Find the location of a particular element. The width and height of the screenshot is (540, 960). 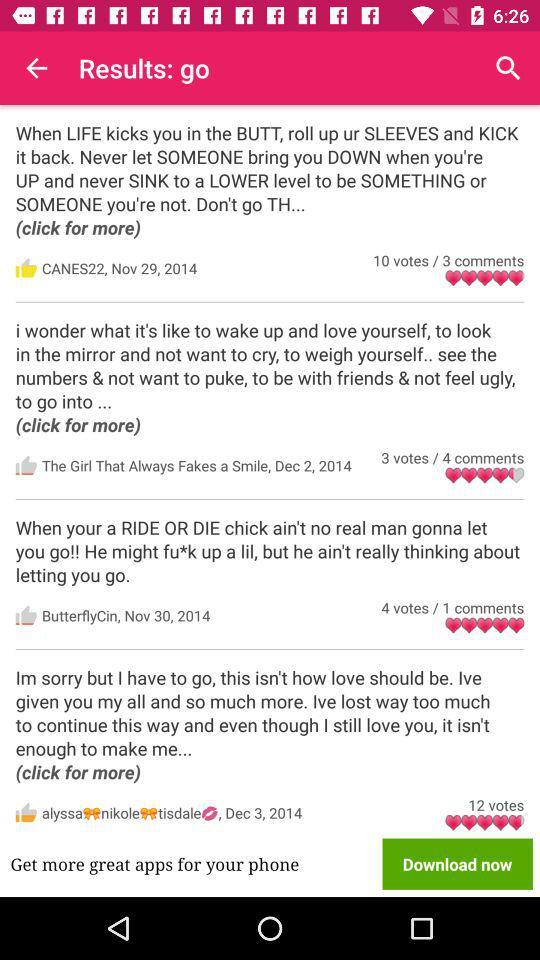

download now is located at coordinates (457, 863).